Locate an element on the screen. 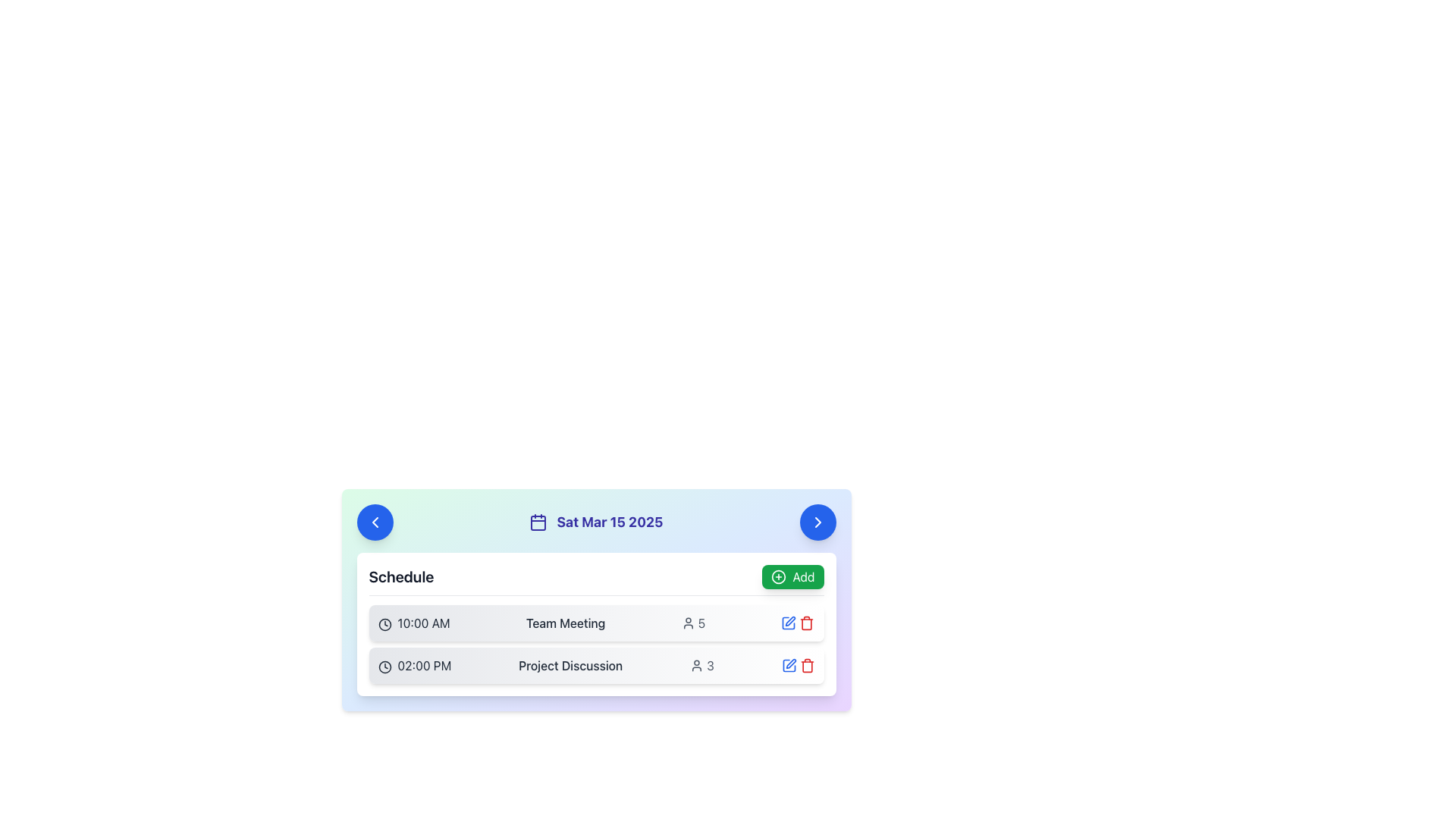 The height and width of the screenshot is (819, 1456). attention on the green circular 'Add' button by clicking on its center is located at coordinates (779, 576).